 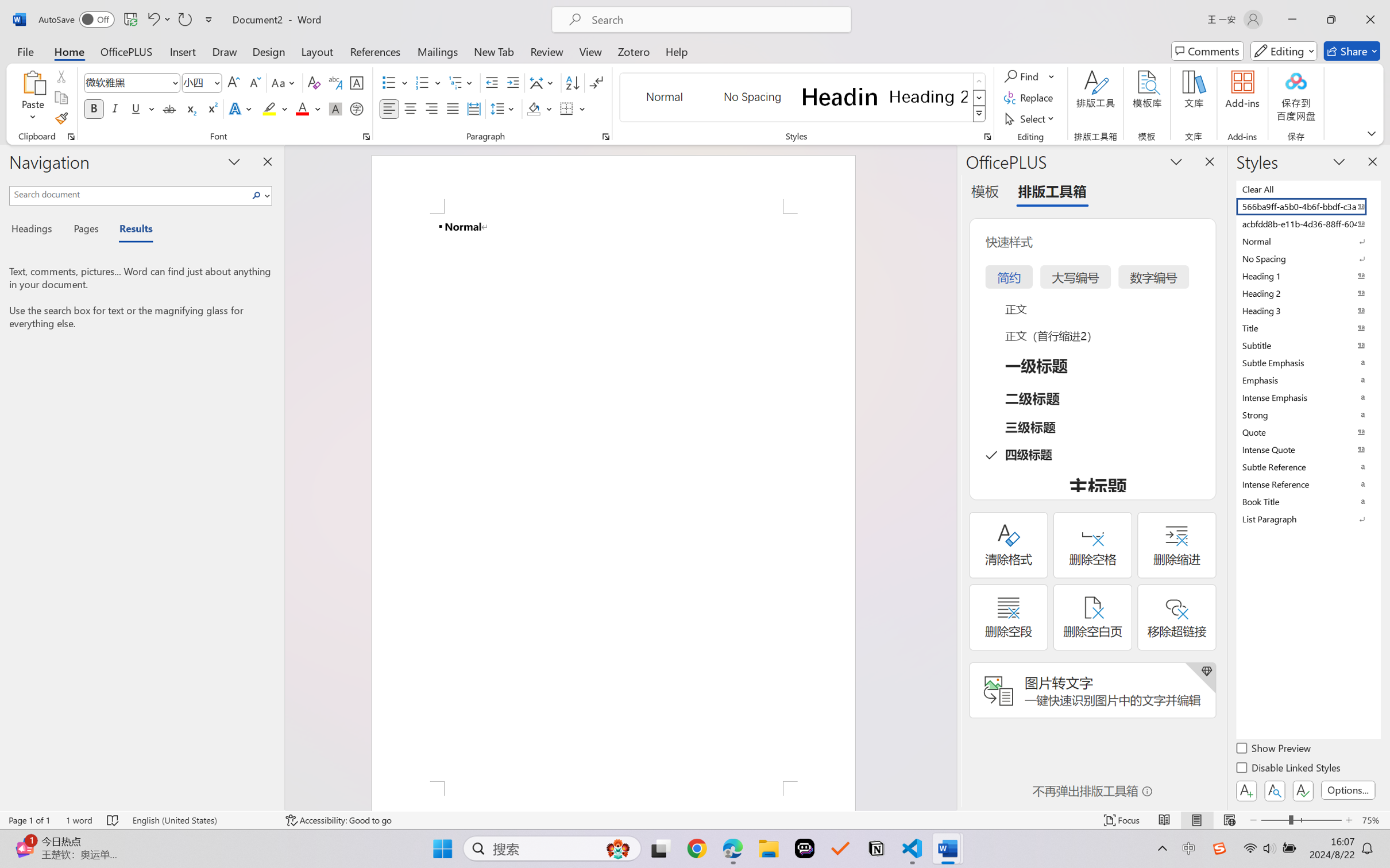 What do you see at coordinates (1307, 345) in the screenshot?
I see `'Subtitle'` at bounding box center [1307, 345].